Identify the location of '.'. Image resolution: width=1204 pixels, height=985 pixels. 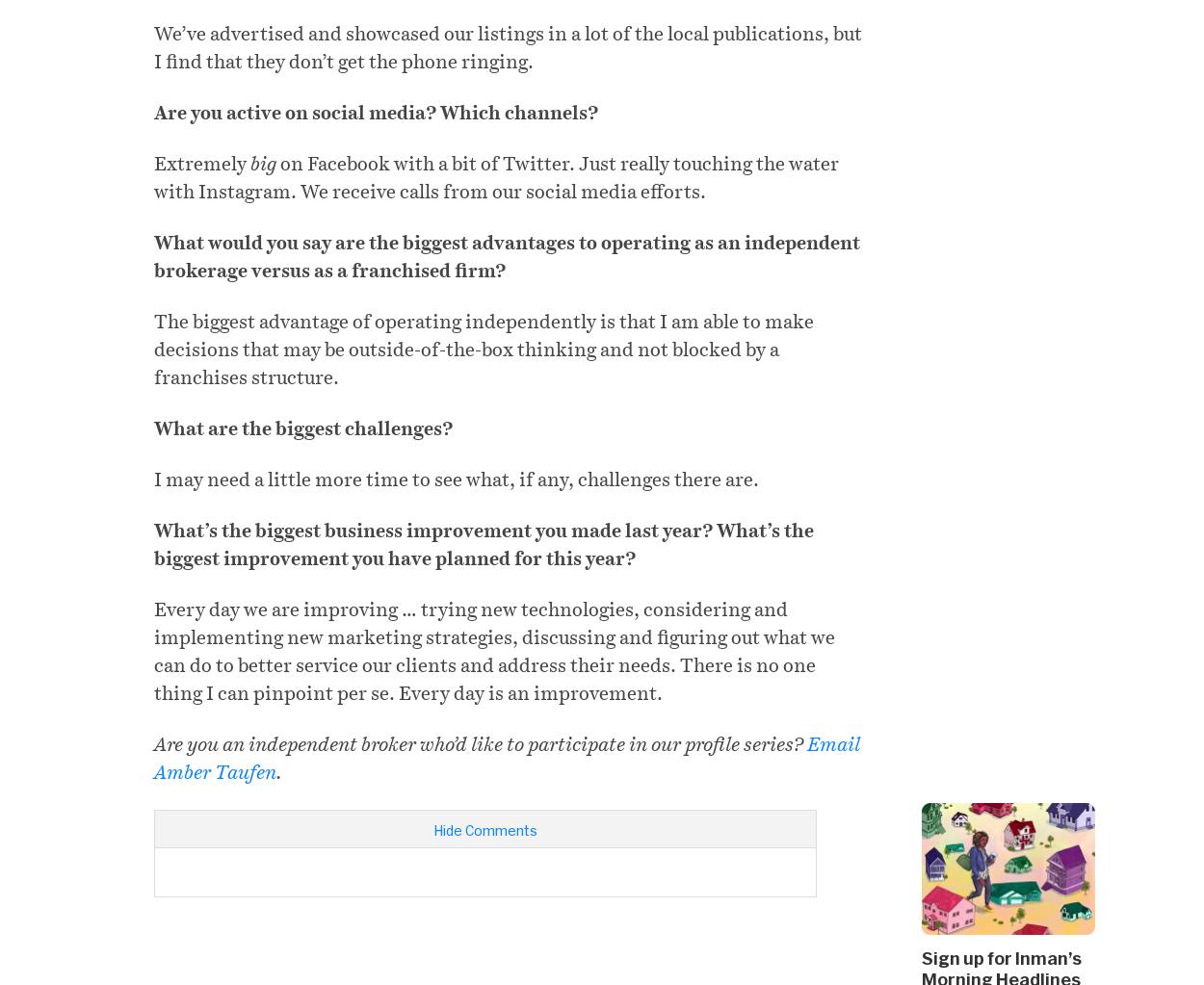
(279, 772).